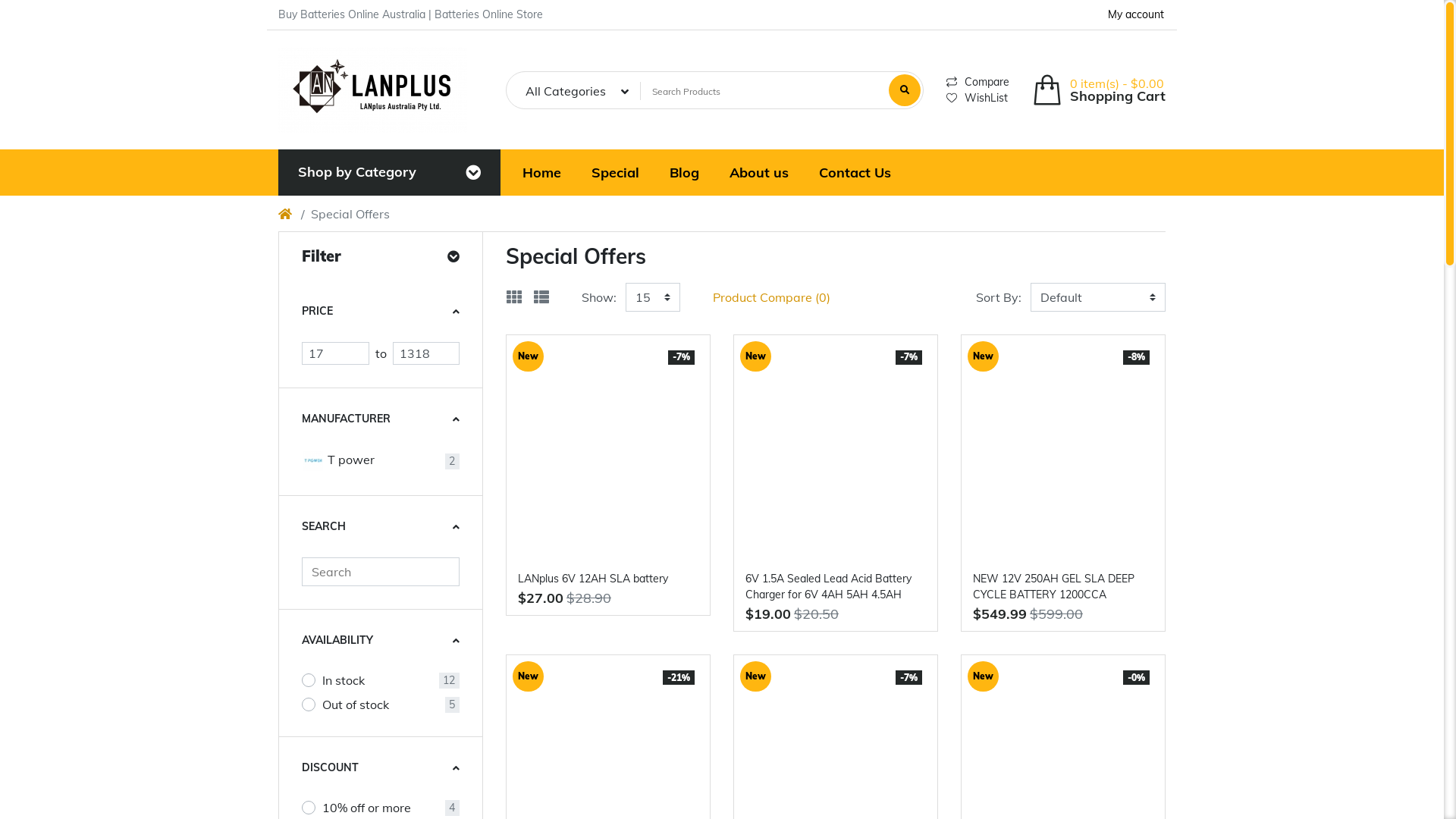 This screenshot has width=1456, height=819. I want to click on 'Compare this Product', so click(869, 320).